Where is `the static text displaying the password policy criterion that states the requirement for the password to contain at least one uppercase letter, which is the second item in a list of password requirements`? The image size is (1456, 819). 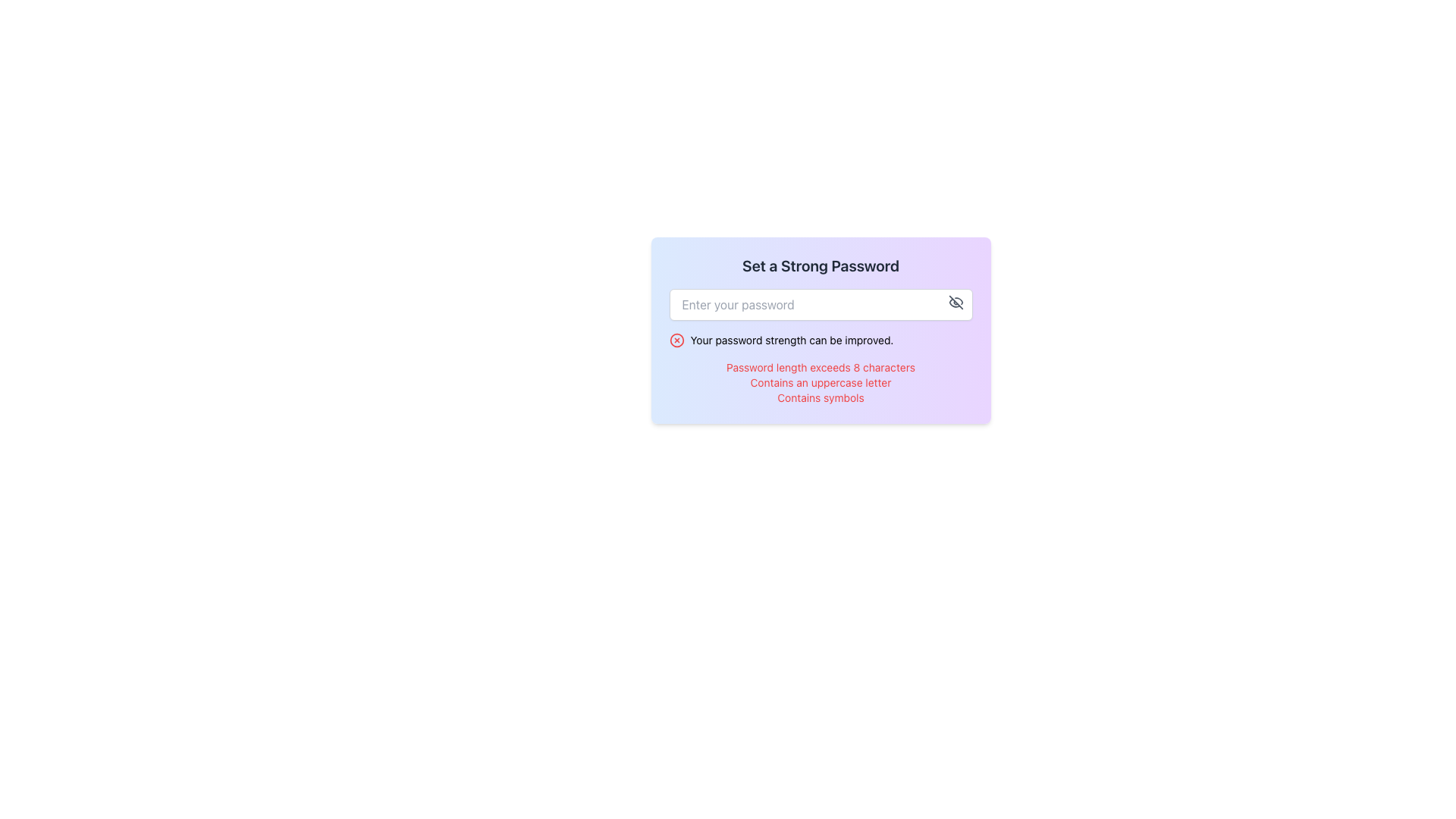 the static text displaying the password policy criterion that states the requirement for the password to contain at least one uppercase letter, which is the second item in a list of password requirements is located at coordinates (820, 382).